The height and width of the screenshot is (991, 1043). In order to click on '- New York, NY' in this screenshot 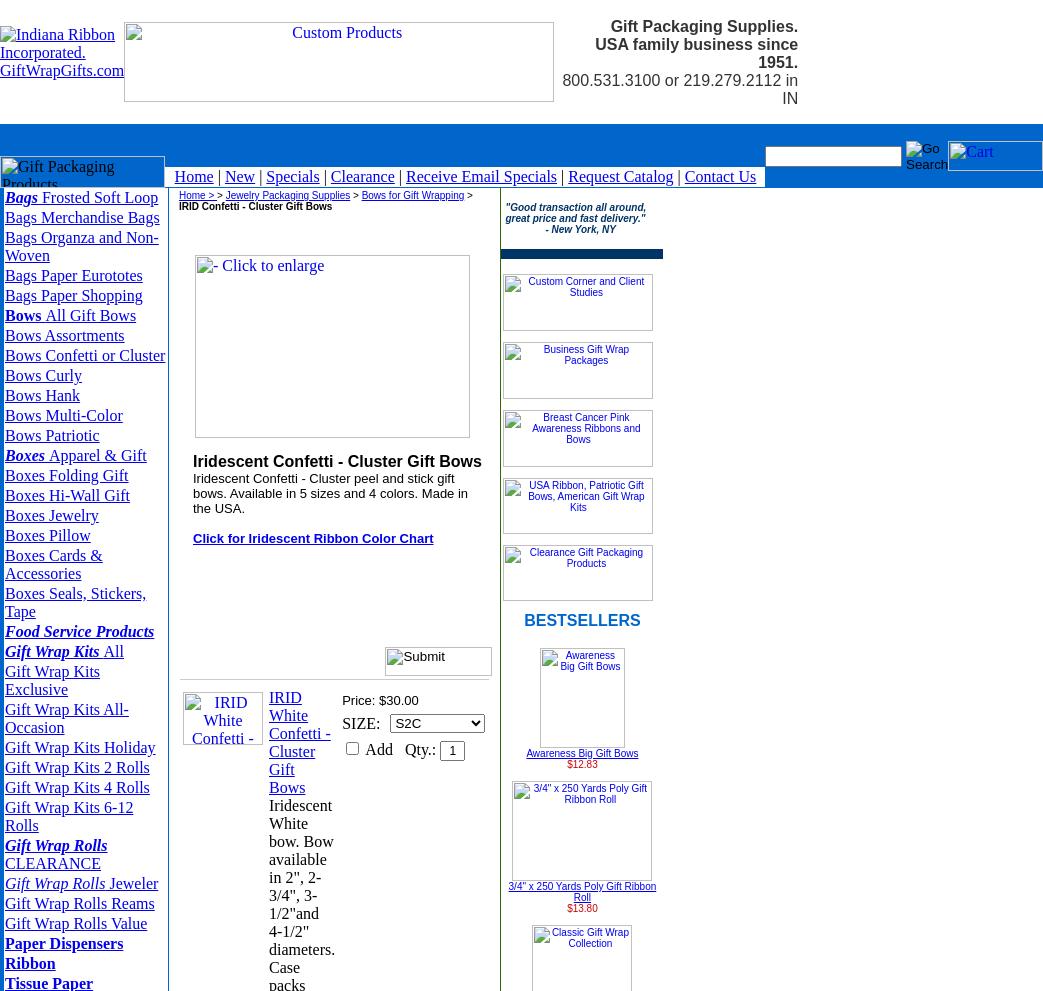, I will do `click(580, 229)`.